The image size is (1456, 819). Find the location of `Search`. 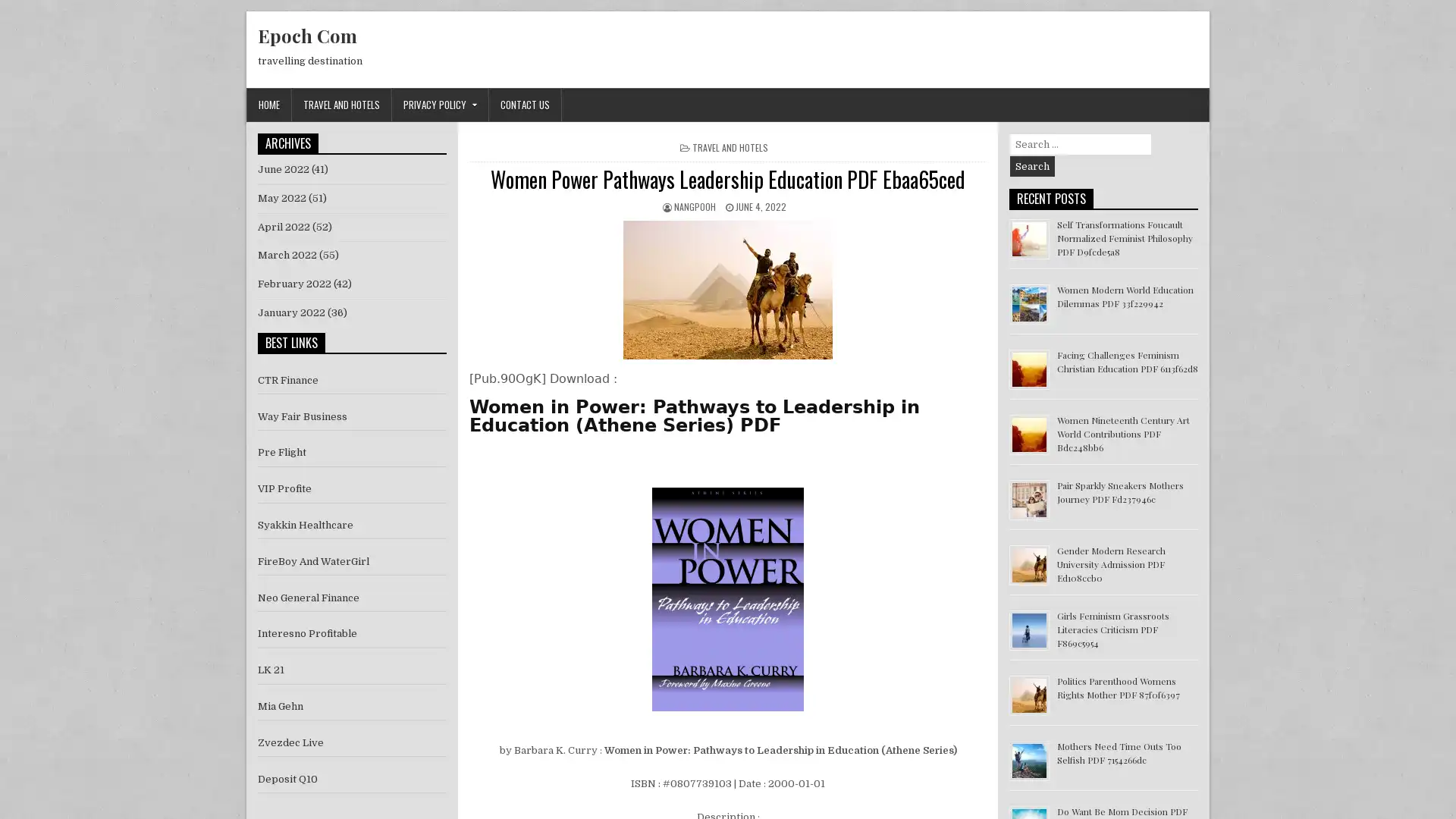

Search is located at coordinates (1031, 166).